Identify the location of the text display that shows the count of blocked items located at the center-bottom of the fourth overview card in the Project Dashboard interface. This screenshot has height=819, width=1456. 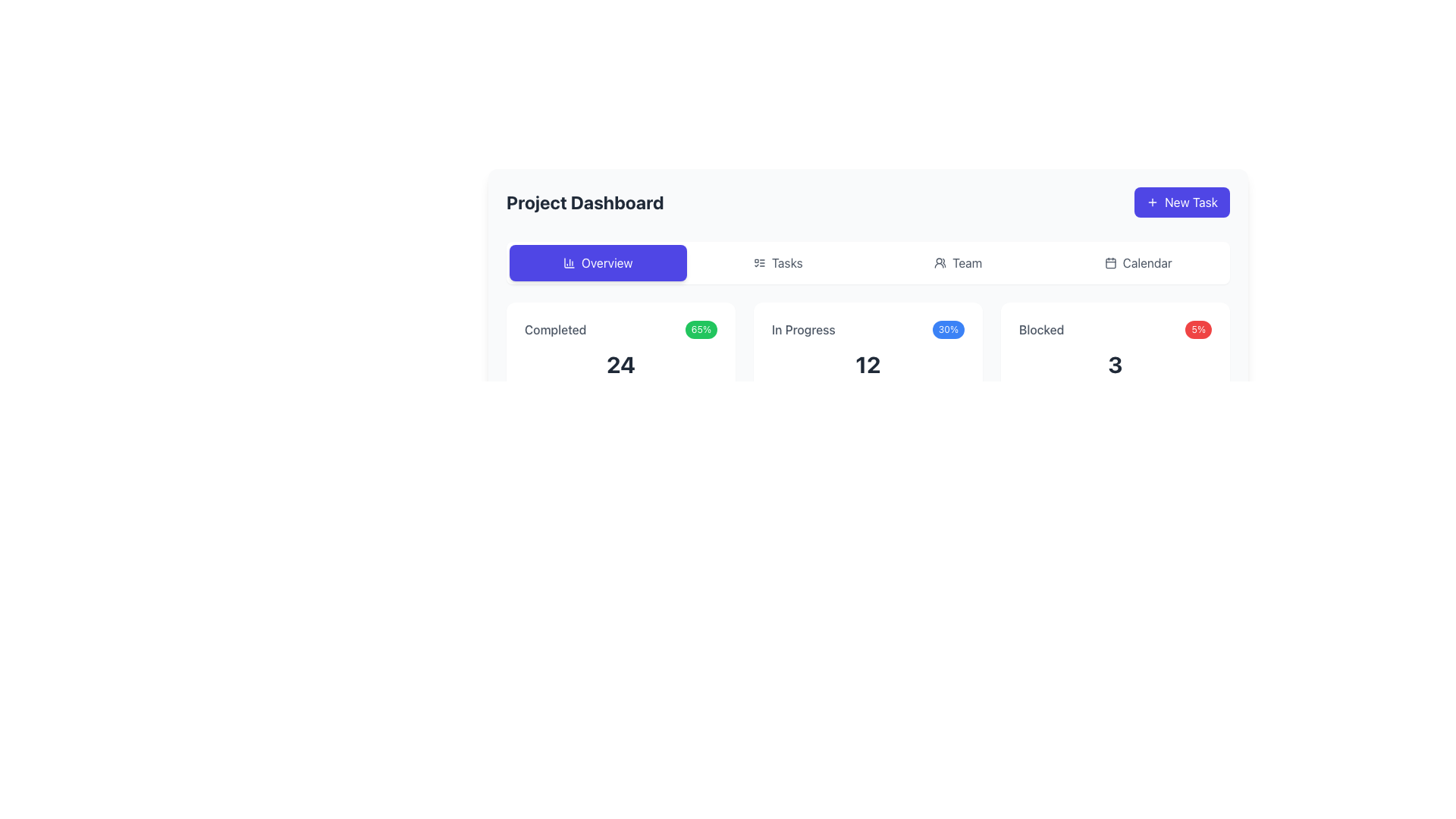
(1115, 365).